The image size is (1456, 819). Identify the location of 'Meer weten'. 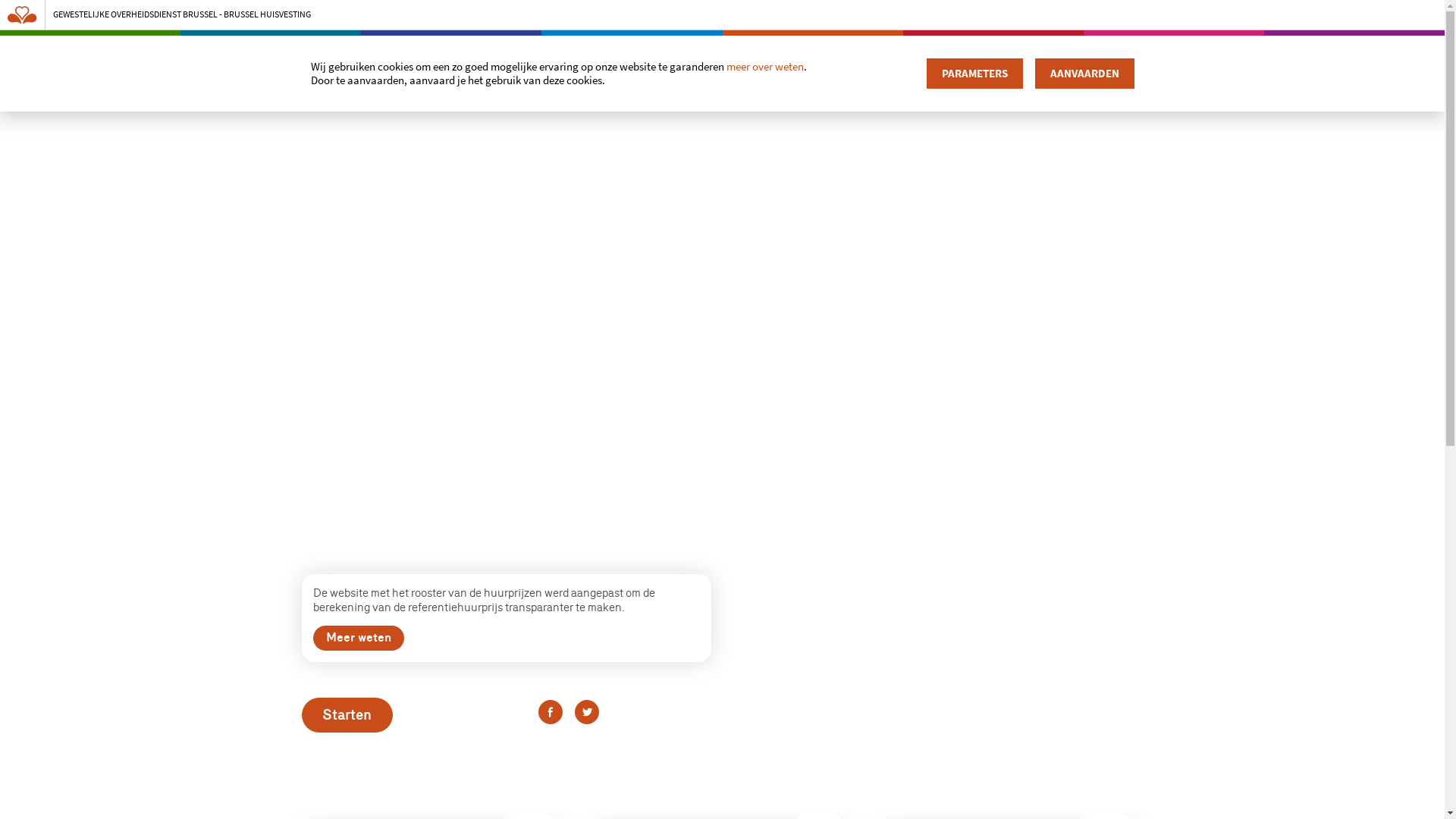
(356, 638).